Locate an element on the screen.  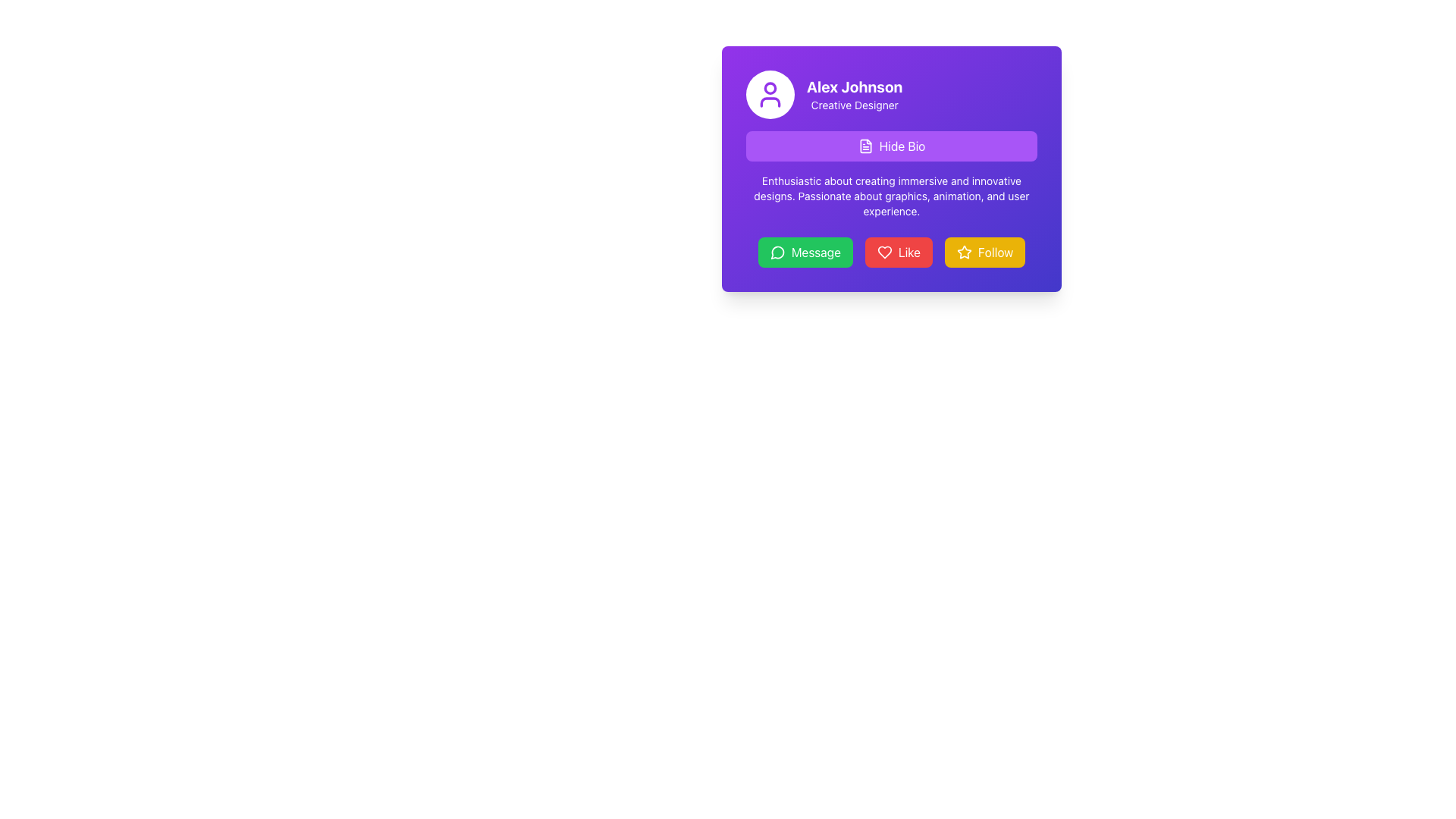
the 'Hide Bio' button, which has a purple background and white text, to hide the bio is located at coordinates (892, 146).